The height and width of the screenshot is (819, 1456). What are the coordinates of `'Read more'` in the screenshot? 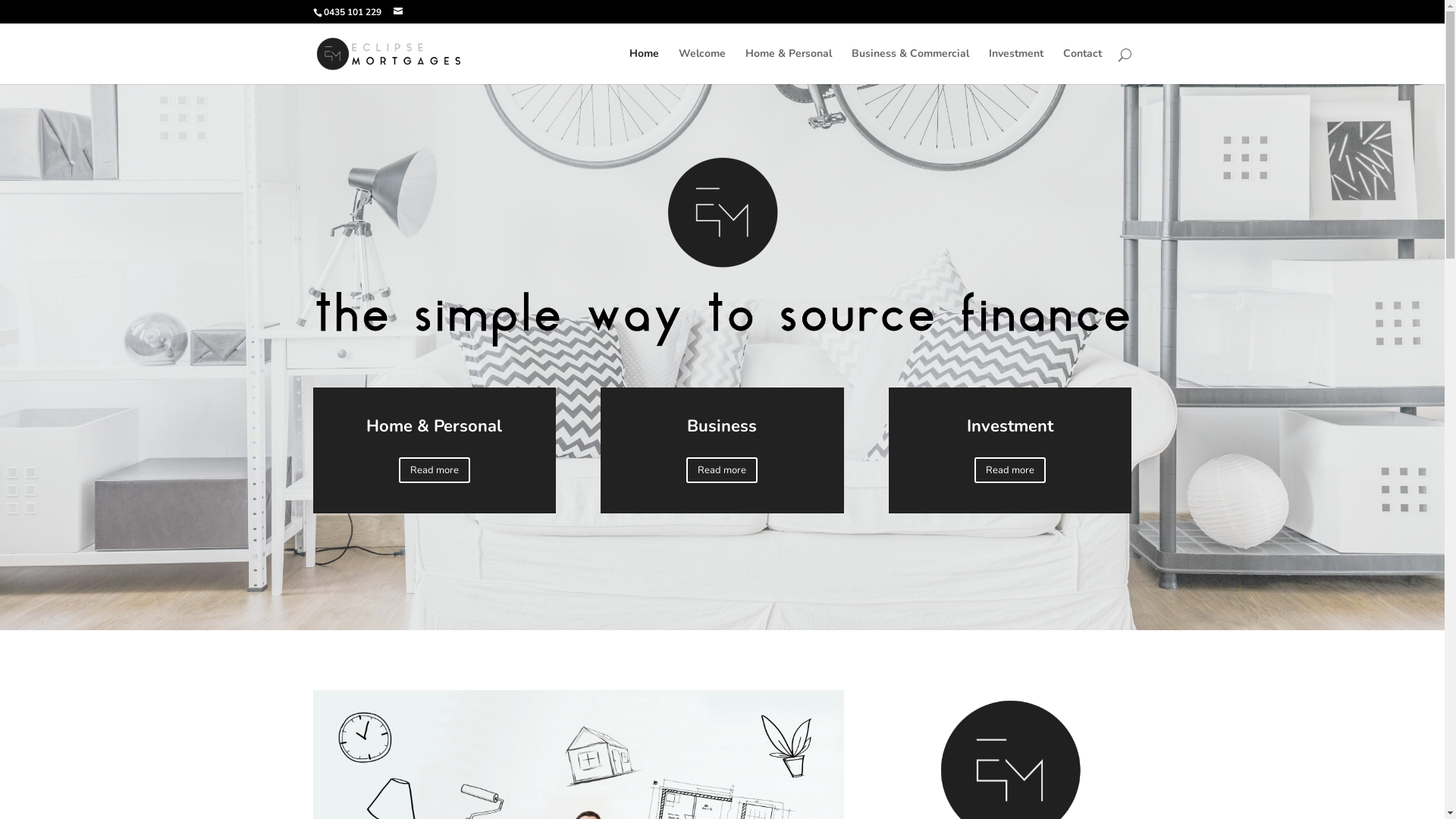 It's located at (433, 469).